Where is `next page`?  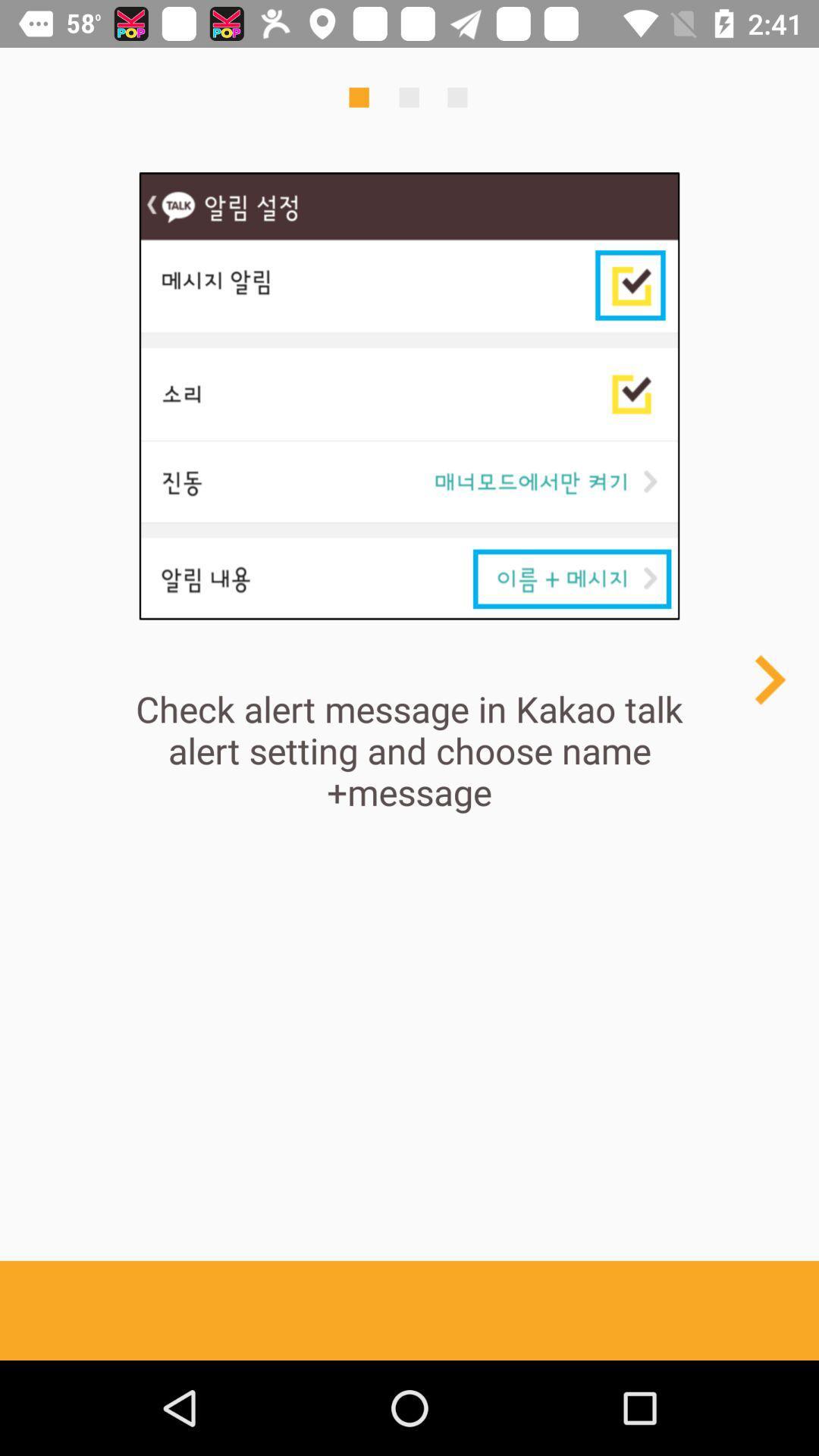
next page is located at coordinates (769, 679).